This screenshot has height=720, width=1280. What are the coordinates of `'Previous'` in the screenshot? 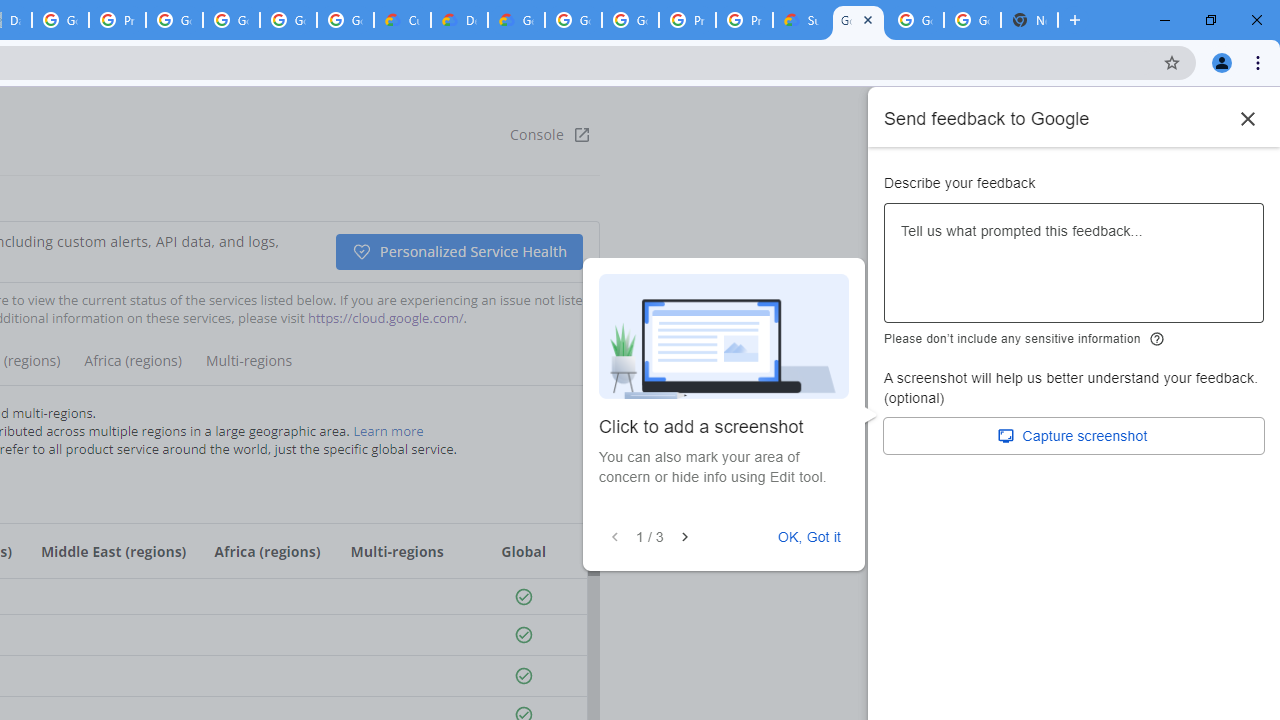 It's located at (614, 536).